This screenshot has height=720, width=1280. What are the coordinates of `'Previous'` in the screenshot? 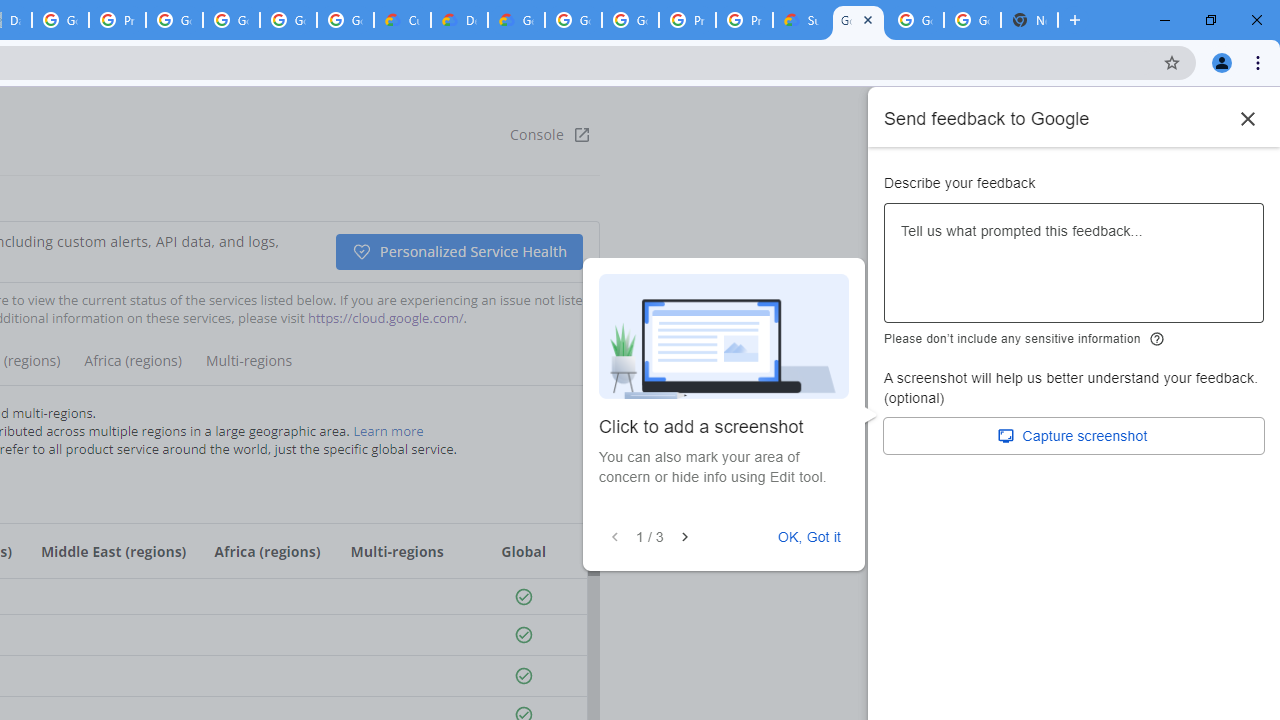 It's located at (614, 536).